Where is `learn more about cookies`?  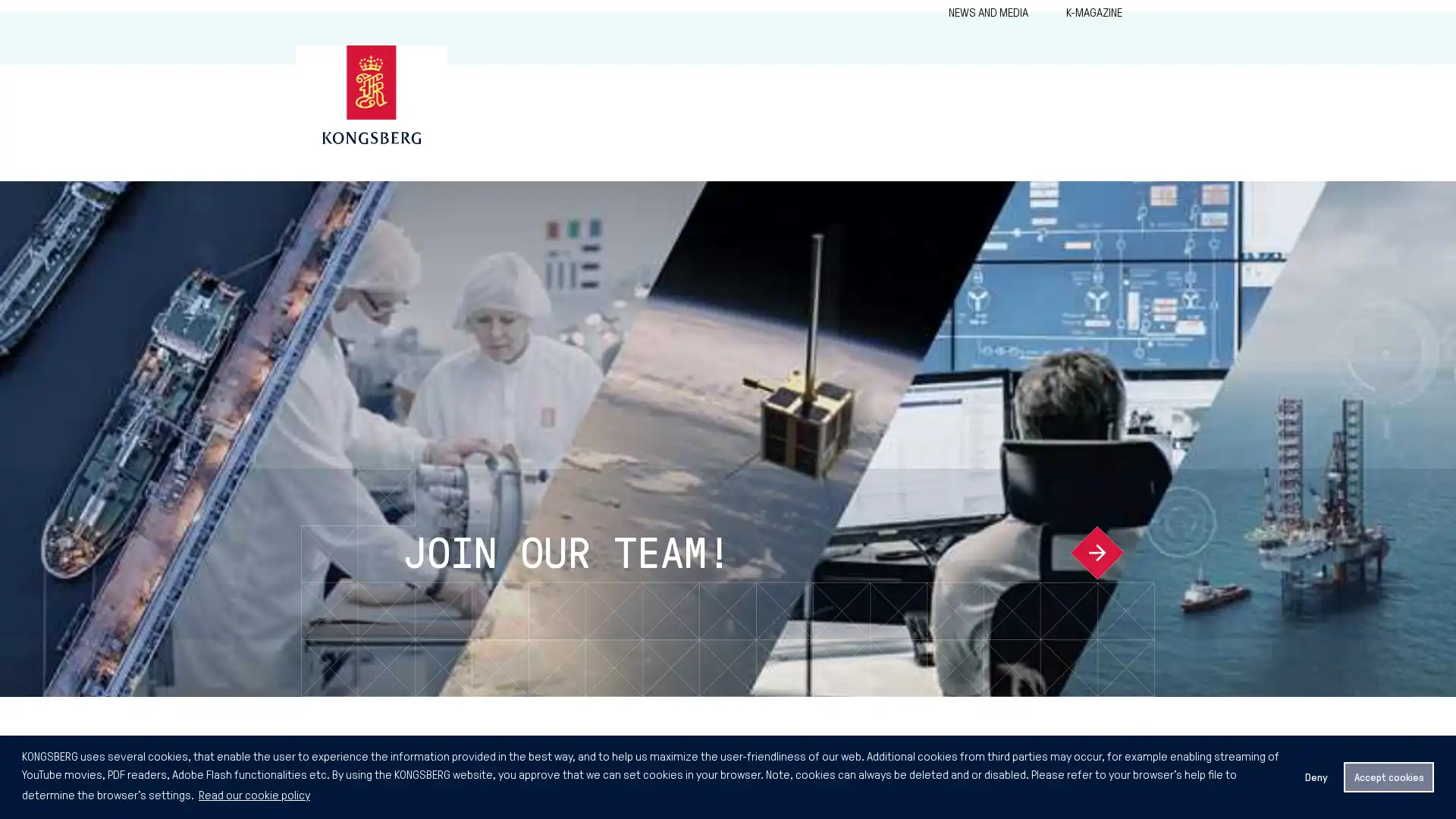 learn more about cookies is located at coordinates (254, 794).